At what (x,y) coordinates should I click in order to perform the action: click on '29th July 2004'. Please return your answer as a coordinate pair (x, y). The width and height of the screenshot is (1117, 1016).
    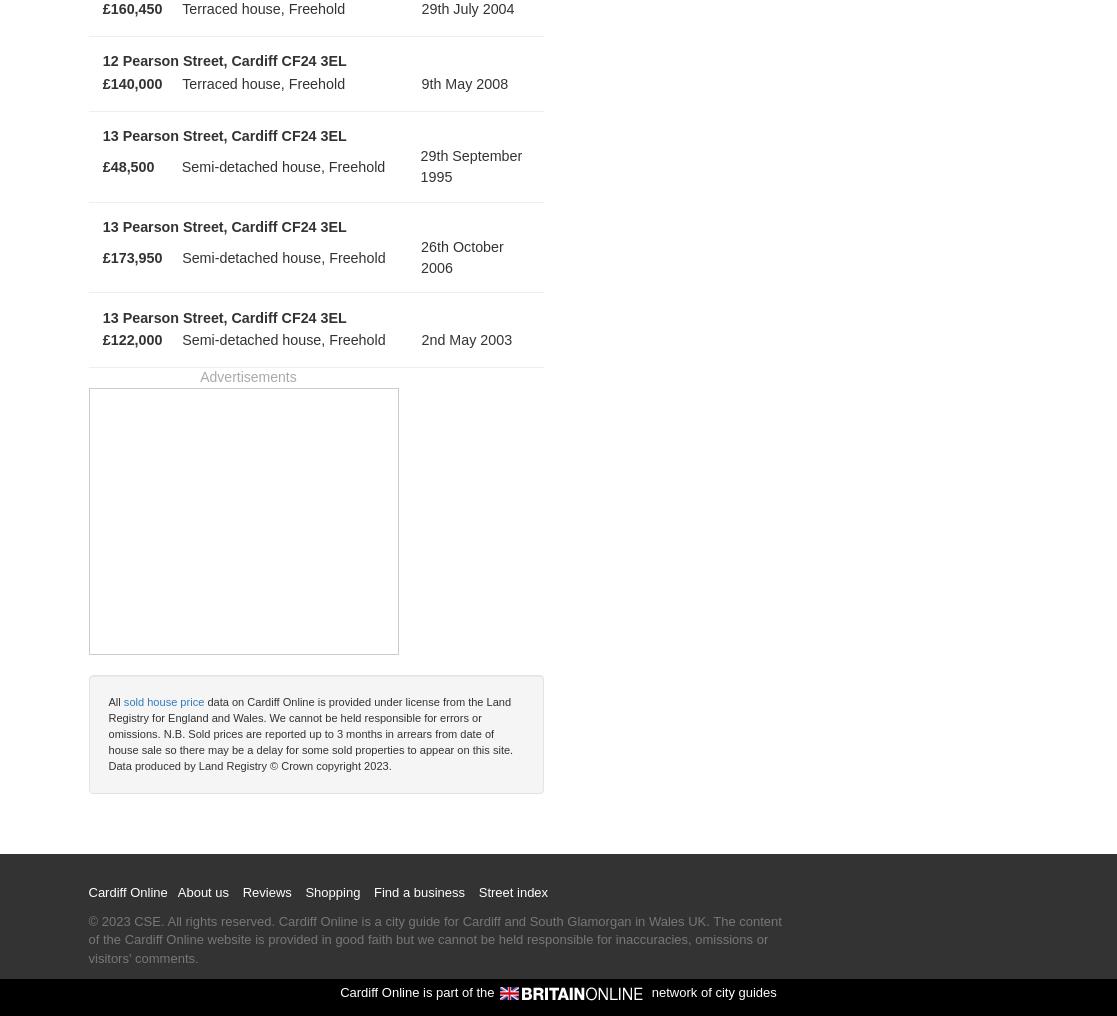
    Looking at the image, I should click on (467, 7).